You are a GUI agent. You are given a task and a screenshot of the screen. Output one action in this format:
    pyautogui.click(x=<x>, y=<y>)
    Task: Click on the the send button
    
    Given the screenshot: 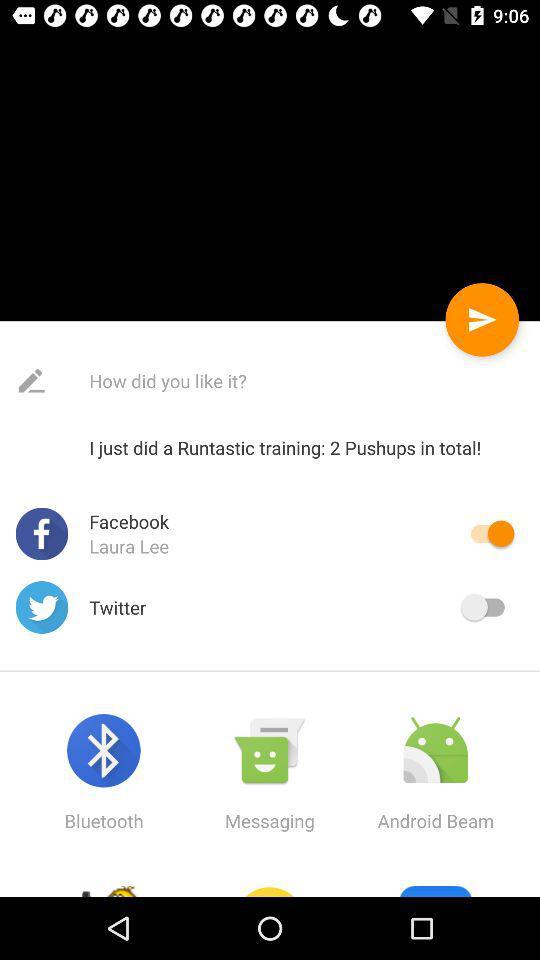 What is the action you would take?
    pyautogui.click(x=481, y=319)
    